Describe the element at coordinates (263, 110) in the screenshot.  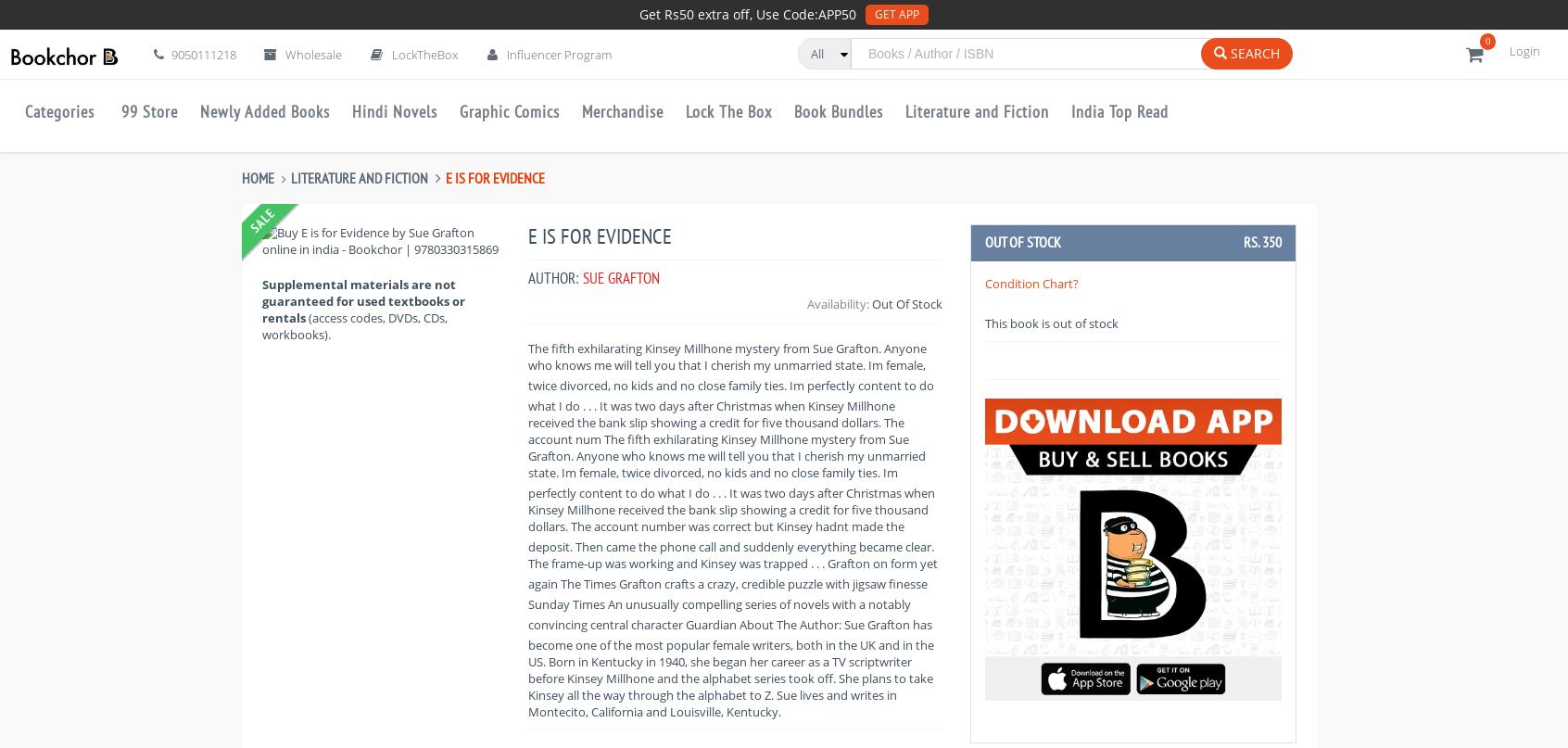
I see `'Newly Added Books'` at that location.